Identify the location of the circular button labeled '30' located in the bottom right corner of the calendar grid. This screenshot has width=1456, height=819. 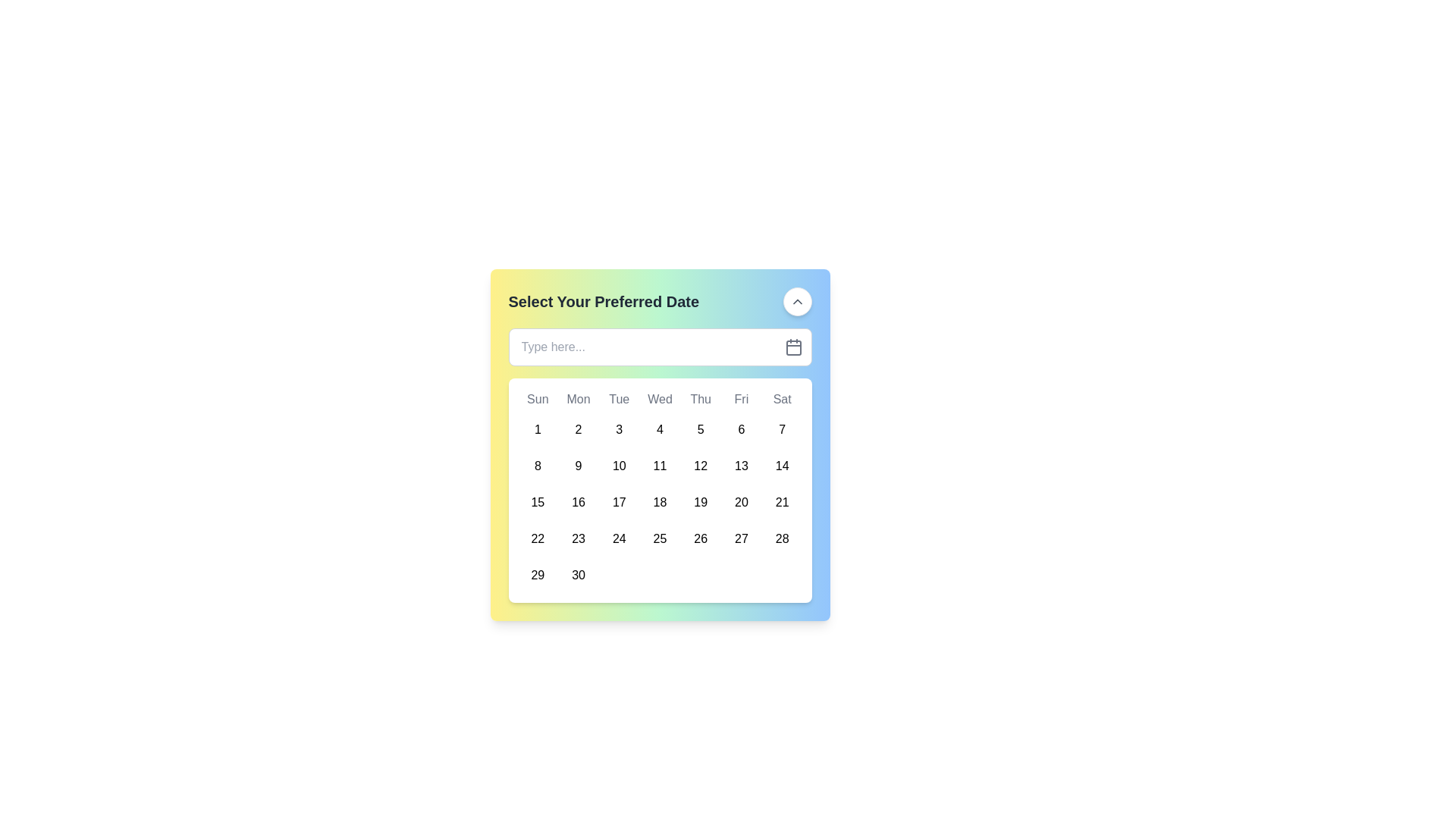
(578, 576).